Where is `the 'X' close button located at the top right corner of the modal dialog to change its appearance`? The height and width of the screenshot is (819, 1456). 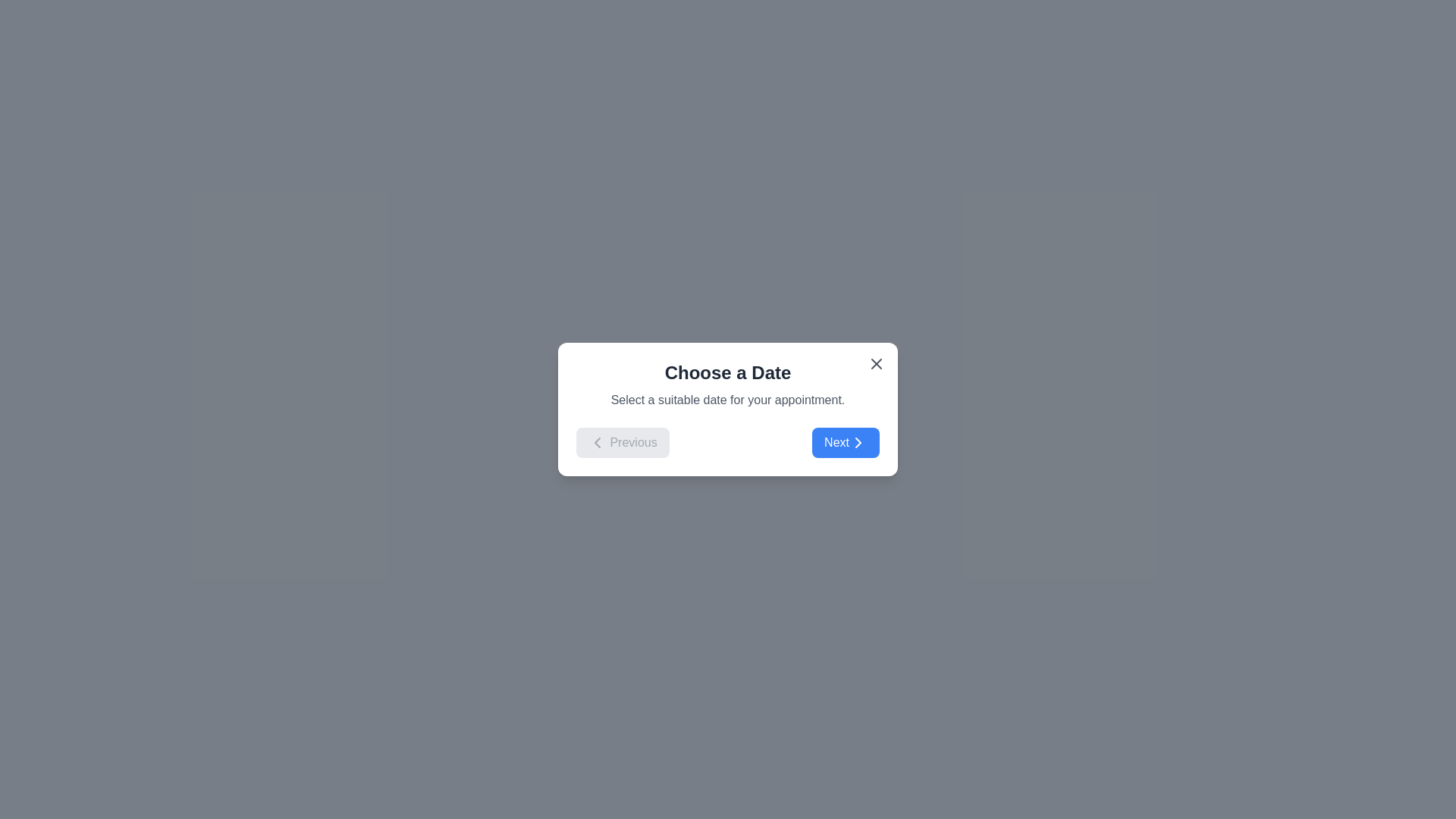
the 'X' close button located at the top right corner of the modal dialog to change its appearance is located at coordinates (877, 362).